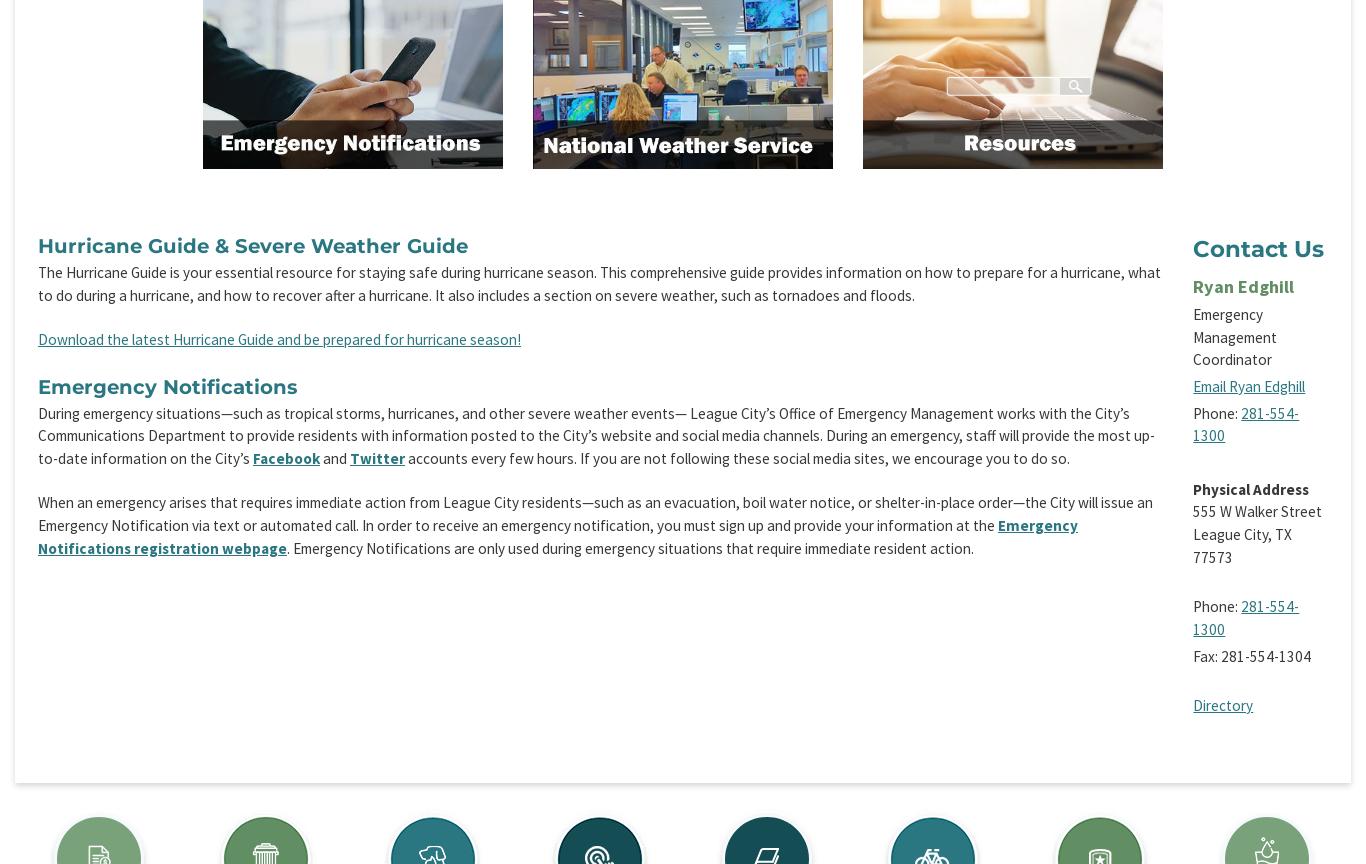 The image size is (1366, 864). I want to click on 'accounts every few hours. If you are not following these social media sites, we encourage you to do so.', so click(738, 458).